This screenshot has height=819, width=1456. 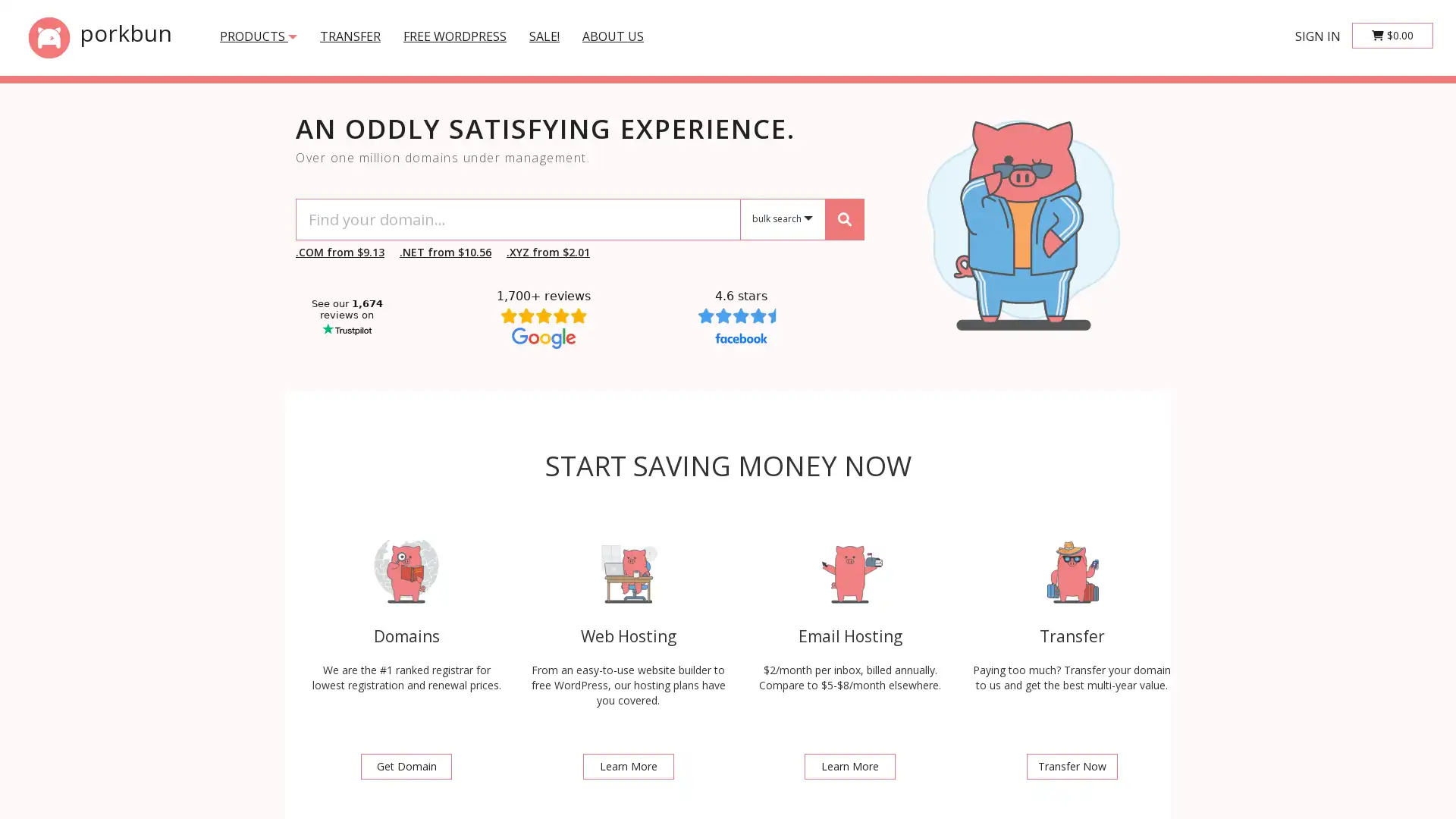 What do you see at coordinates (843, 218) in the screenshot?
I see `submit search` at bounding box center [843, 218].